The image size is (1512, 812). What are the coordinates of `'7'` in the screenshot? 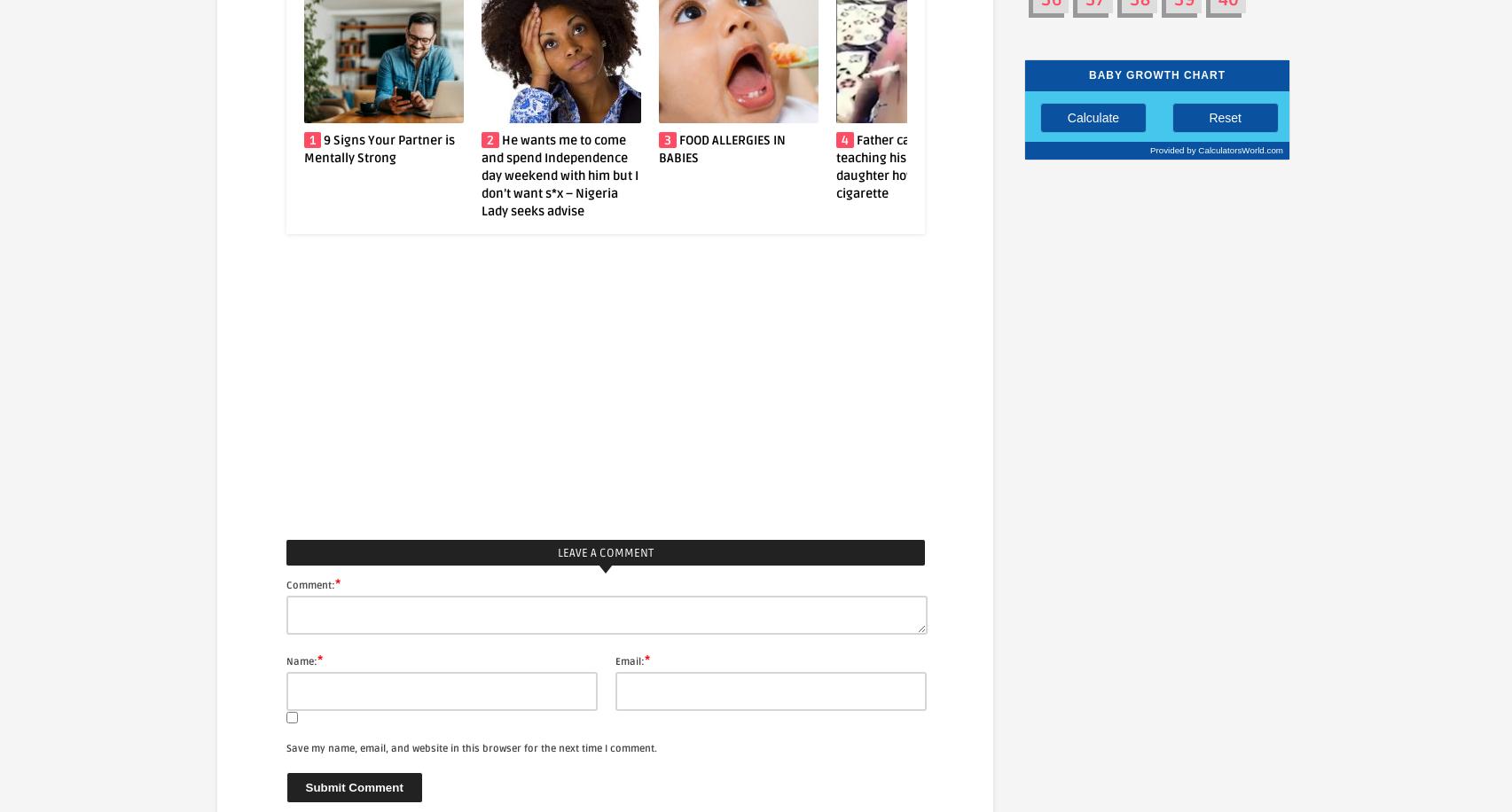 It's located at (1198, 139).